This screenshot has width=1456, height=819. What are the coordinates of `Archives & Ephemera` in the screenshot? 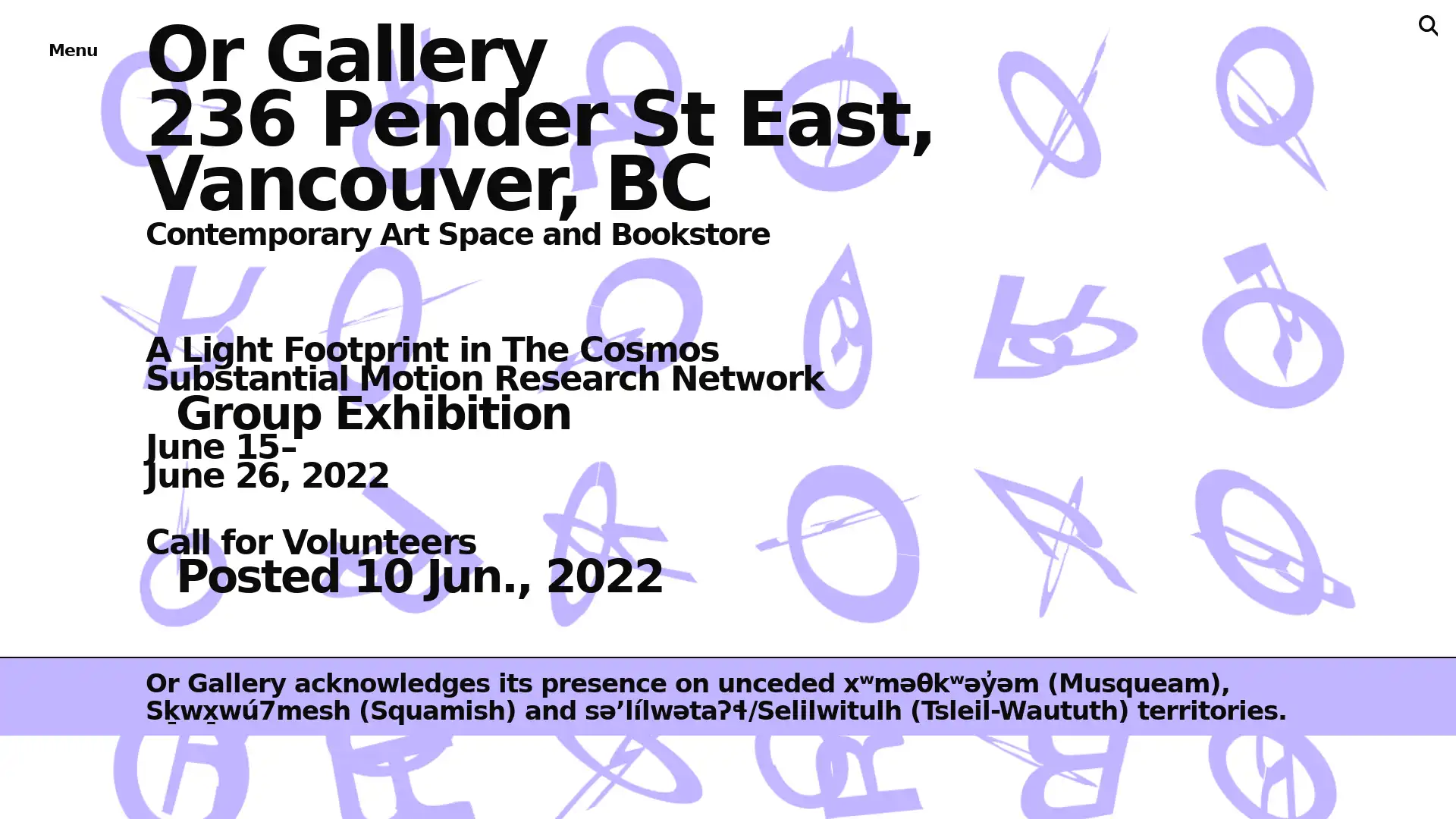 It's located at (329, 516).